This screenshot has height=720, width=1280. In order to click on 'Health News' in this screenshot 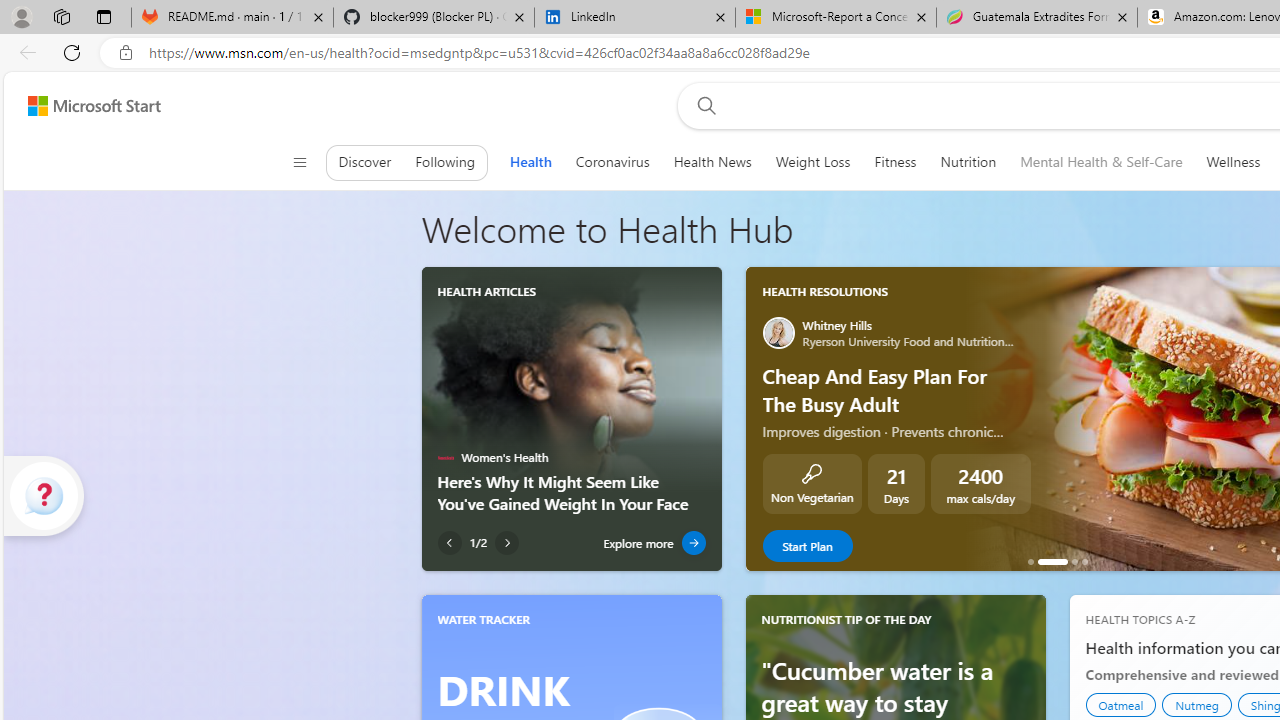, I will do `click(712, 161)`.